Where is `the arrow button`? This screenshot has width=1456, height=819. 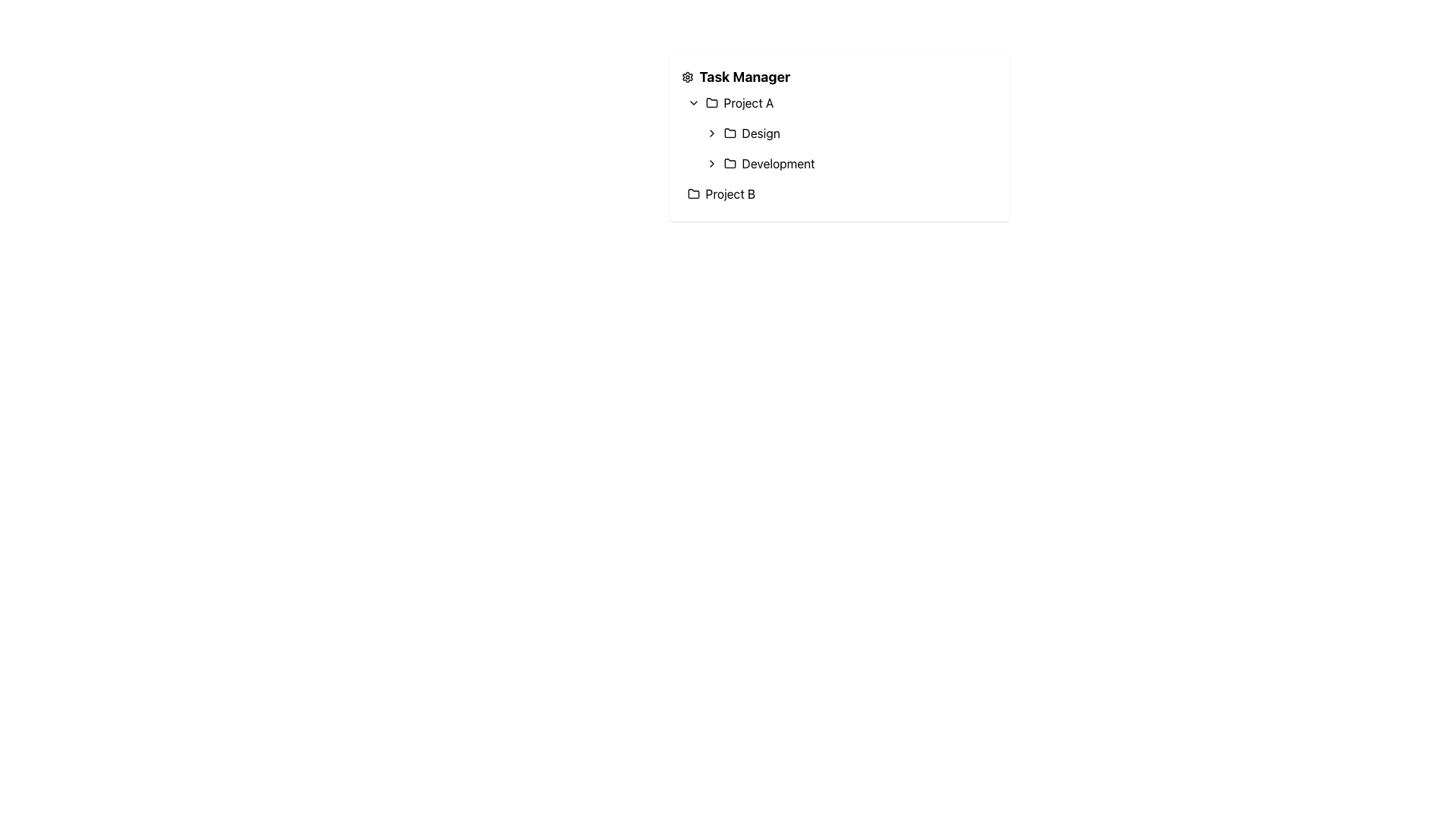 the arrow button is located at coordinates (711, 133).